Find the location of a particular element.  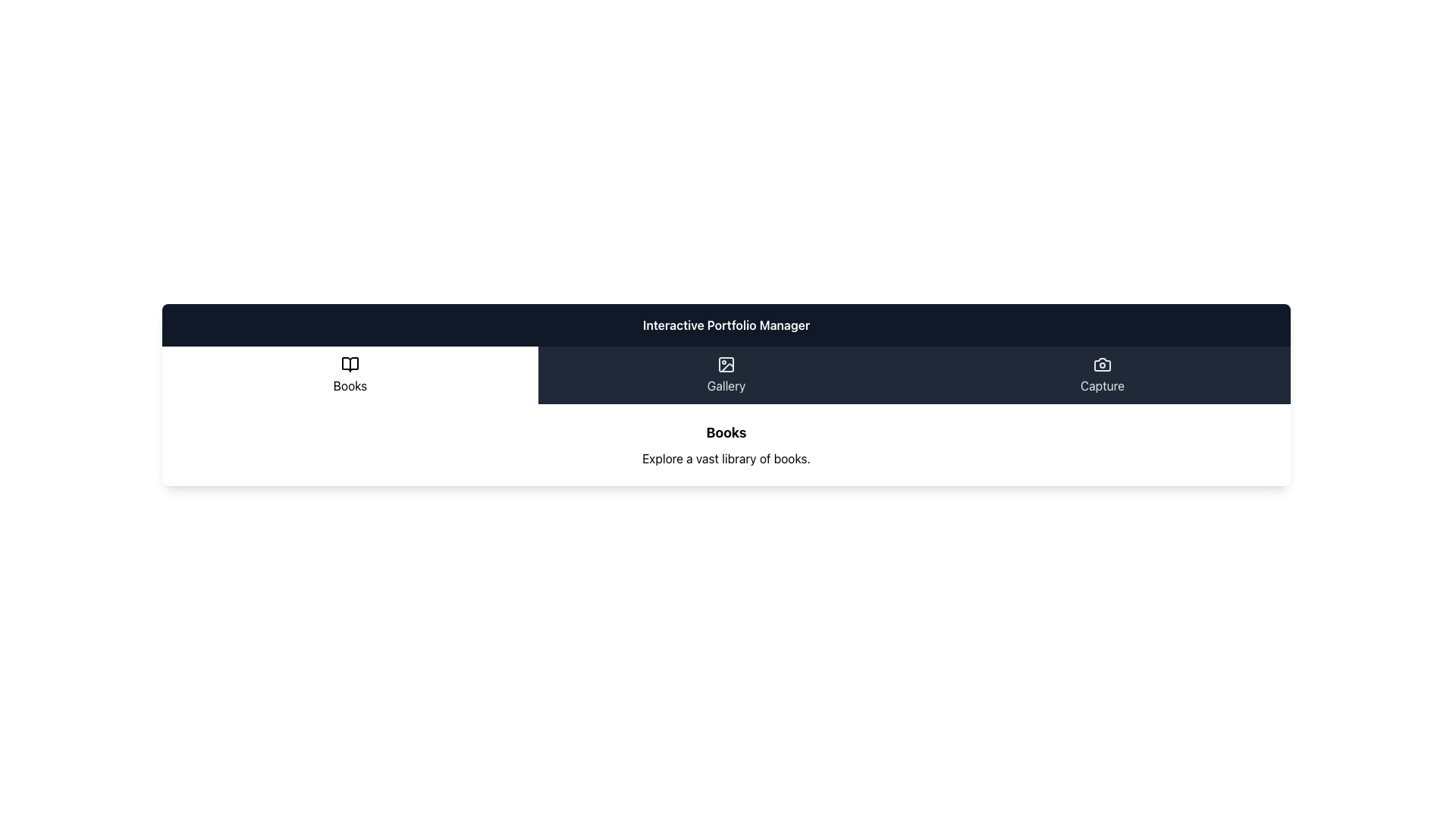

the central navigation button labeled with an icon is located at coordinates (726, 375).